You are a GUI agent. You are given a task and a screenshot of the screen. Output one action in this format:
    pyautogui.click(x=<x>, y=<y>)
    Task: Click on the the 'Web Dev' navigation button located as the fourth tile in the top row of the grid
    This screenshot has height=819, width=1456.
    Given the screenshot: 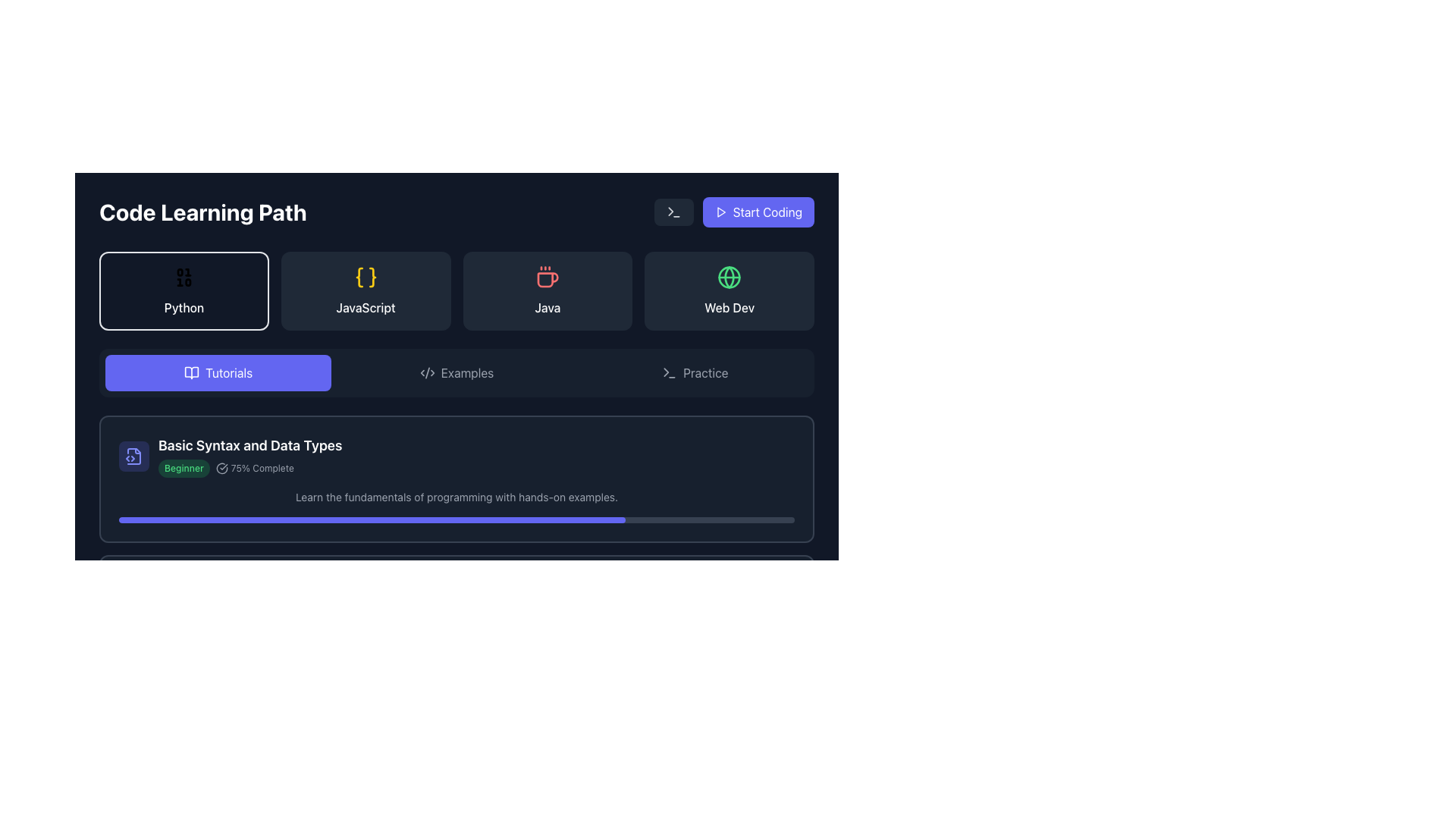 What is the action you would take?
    pyautogui.click(x=729, y=291)
    